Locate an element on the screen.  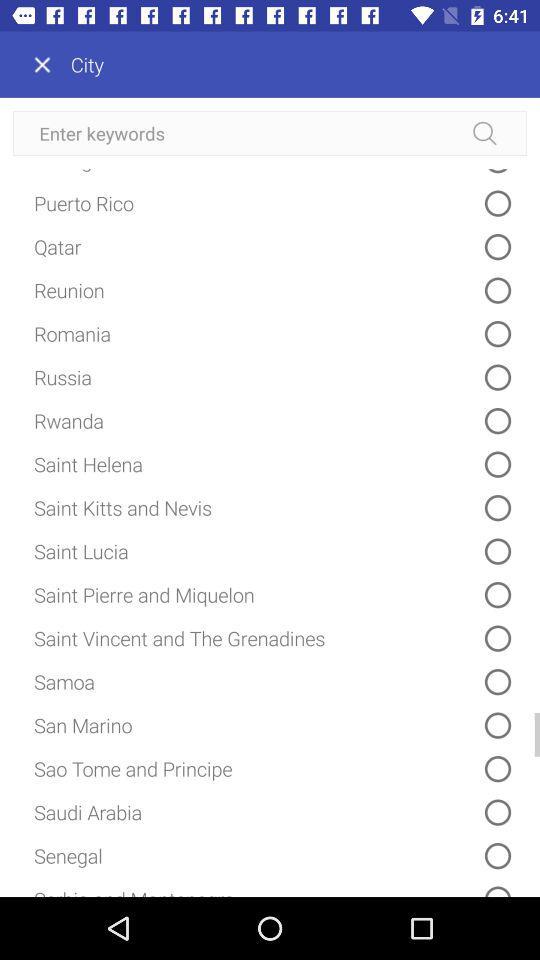
search bar is located at coordinates (270, 132).